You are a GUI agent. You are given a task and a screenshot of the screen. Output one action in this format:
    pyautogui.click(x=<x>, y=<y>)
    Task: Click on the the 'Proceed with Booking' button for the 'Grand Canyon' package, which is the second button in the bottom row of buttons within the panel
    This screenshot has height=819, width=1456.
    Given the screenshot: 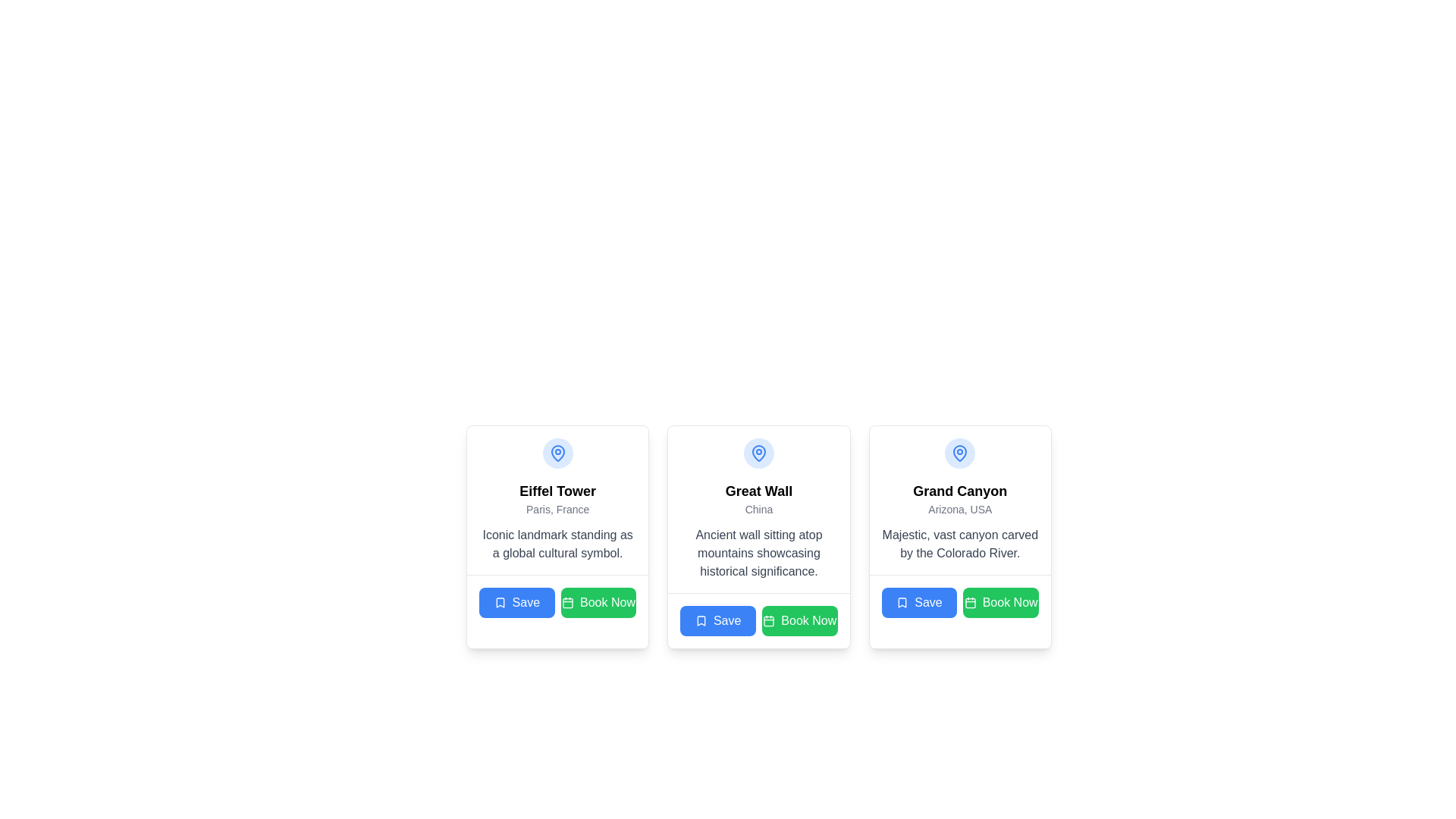 What is the action you would take?
    pyautogui.click(x=1001, y=601)
    